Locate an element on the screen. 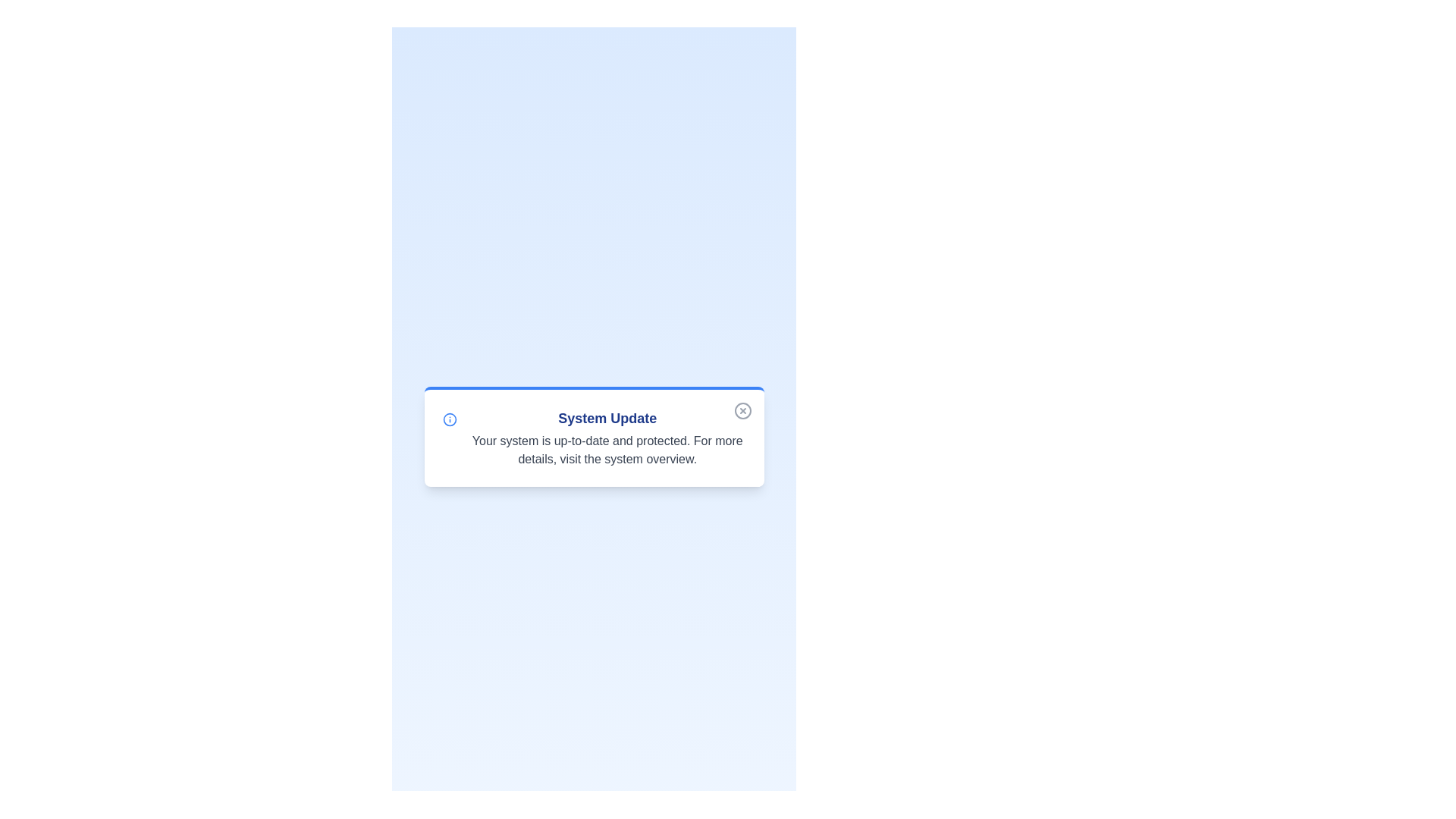  close button to dismiss the notification is located at coordinates (742, 411).